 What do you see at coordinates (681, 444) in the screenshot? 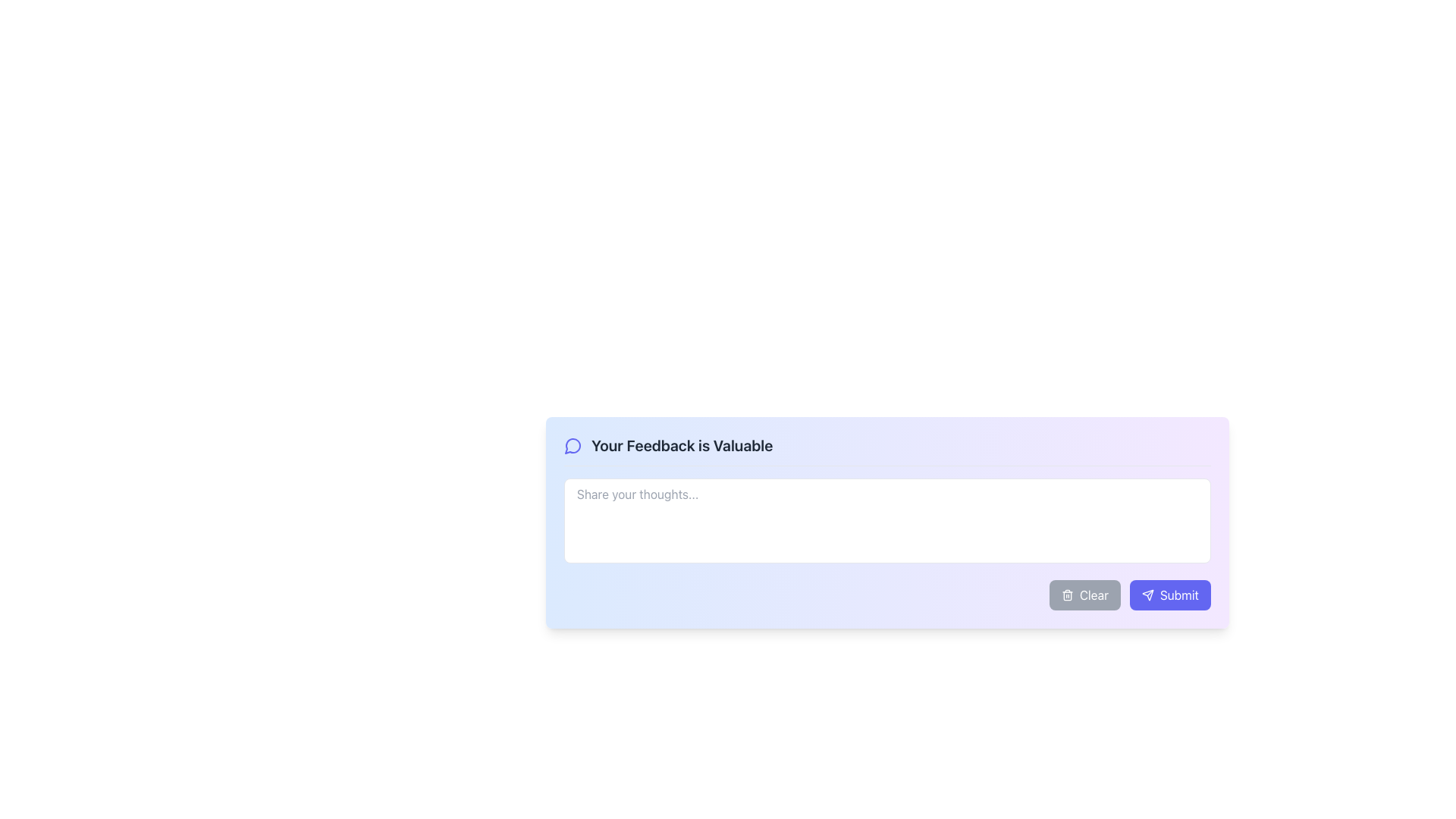
I see `the text label that serves as a title or heading for the feedback section, positioned above the text input field labeled 'Share your thoughts...'` at bounding box center [681, 444].